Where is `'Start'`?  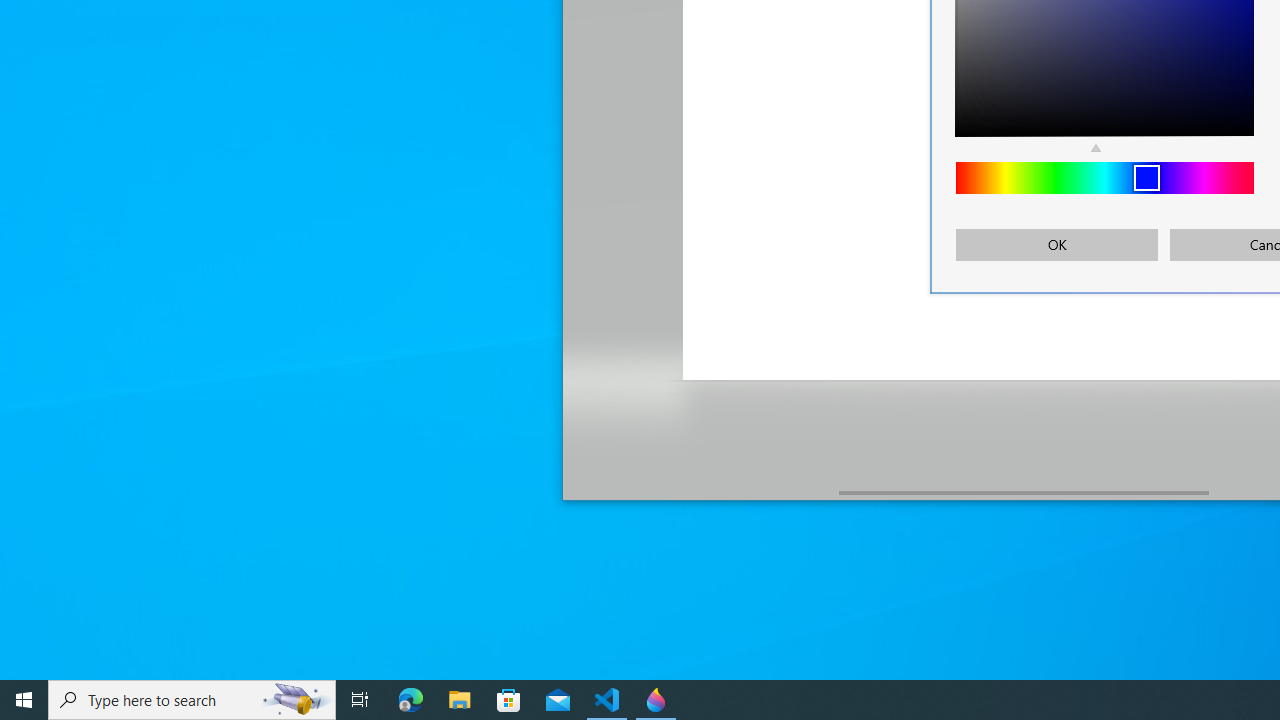 'Start' is located at coordinates (24, 698).